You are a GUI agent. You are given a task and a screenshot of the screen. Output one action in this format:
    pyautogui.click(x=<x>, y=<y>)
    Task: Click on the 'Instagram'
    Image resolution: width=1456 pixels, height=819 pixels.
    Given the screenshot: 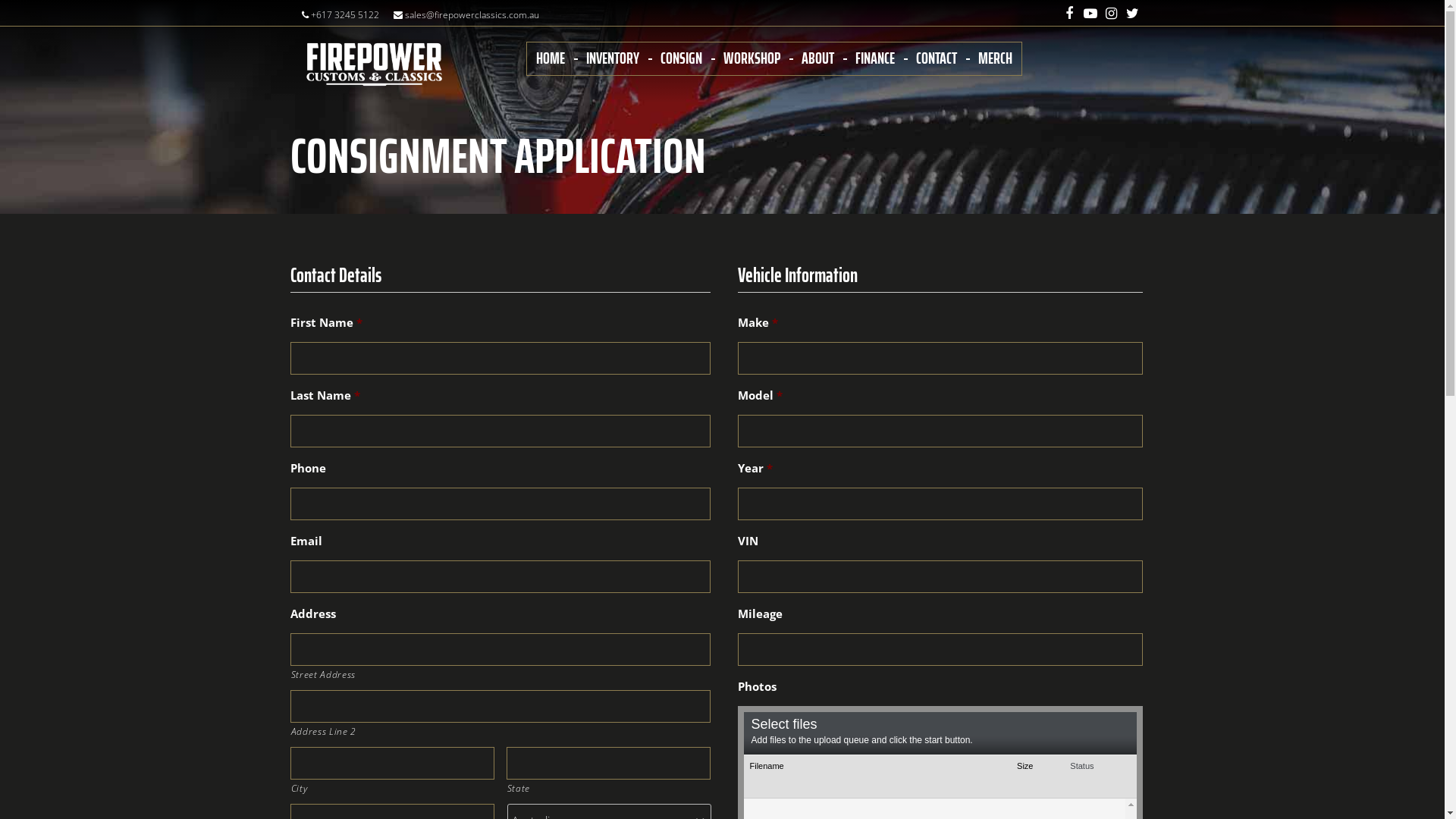 What is the action you would take?
    pyautogui.click(x=1111, y=14)
    